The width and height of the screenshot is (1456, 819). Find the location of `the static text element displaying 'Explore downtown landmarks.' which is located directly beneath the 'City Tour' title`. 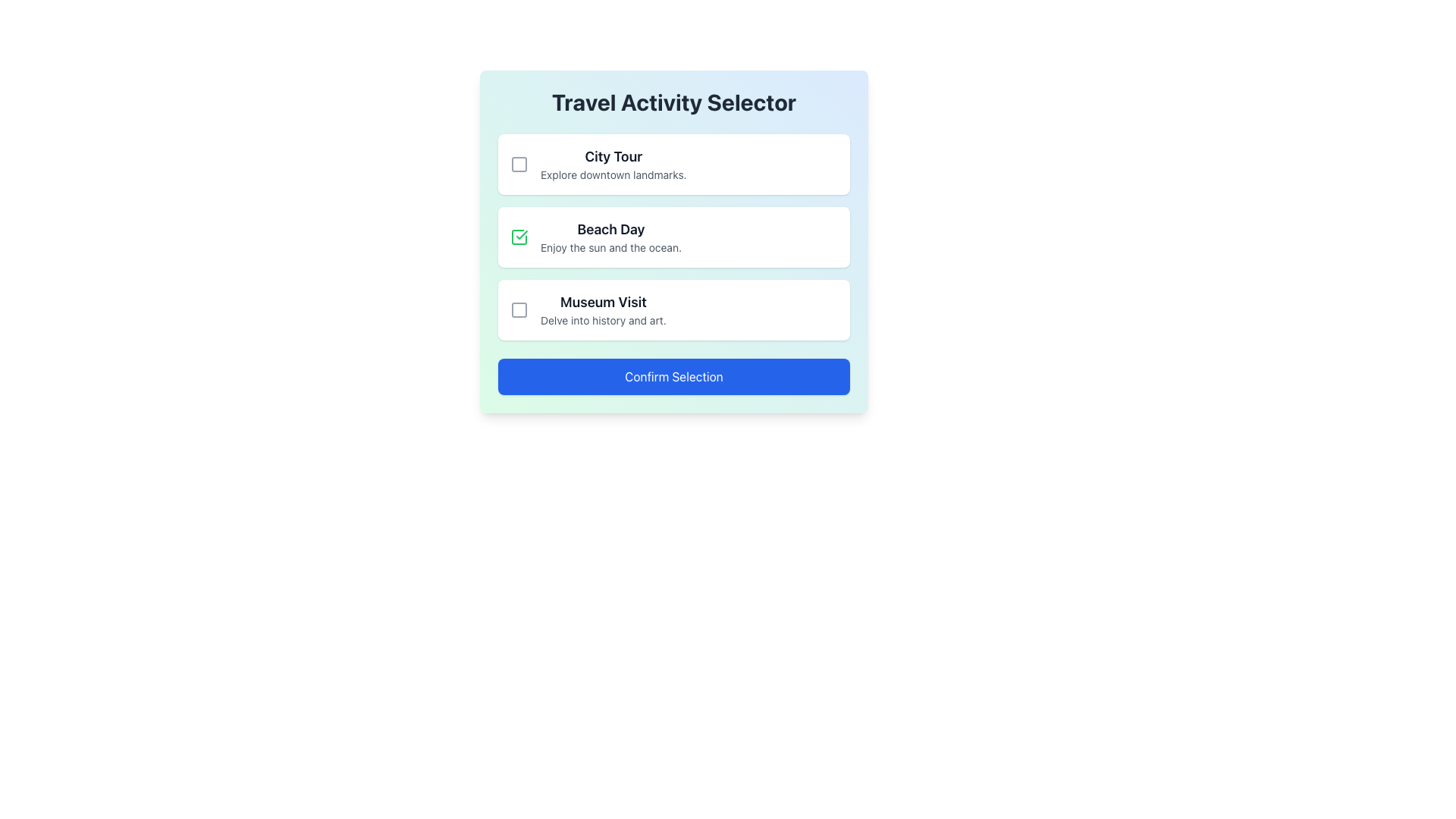

the static text element displaying 'Explore downtown landmarks.' which is located directly beneath the 'City Tour' title is located at coordinates (613, 174).